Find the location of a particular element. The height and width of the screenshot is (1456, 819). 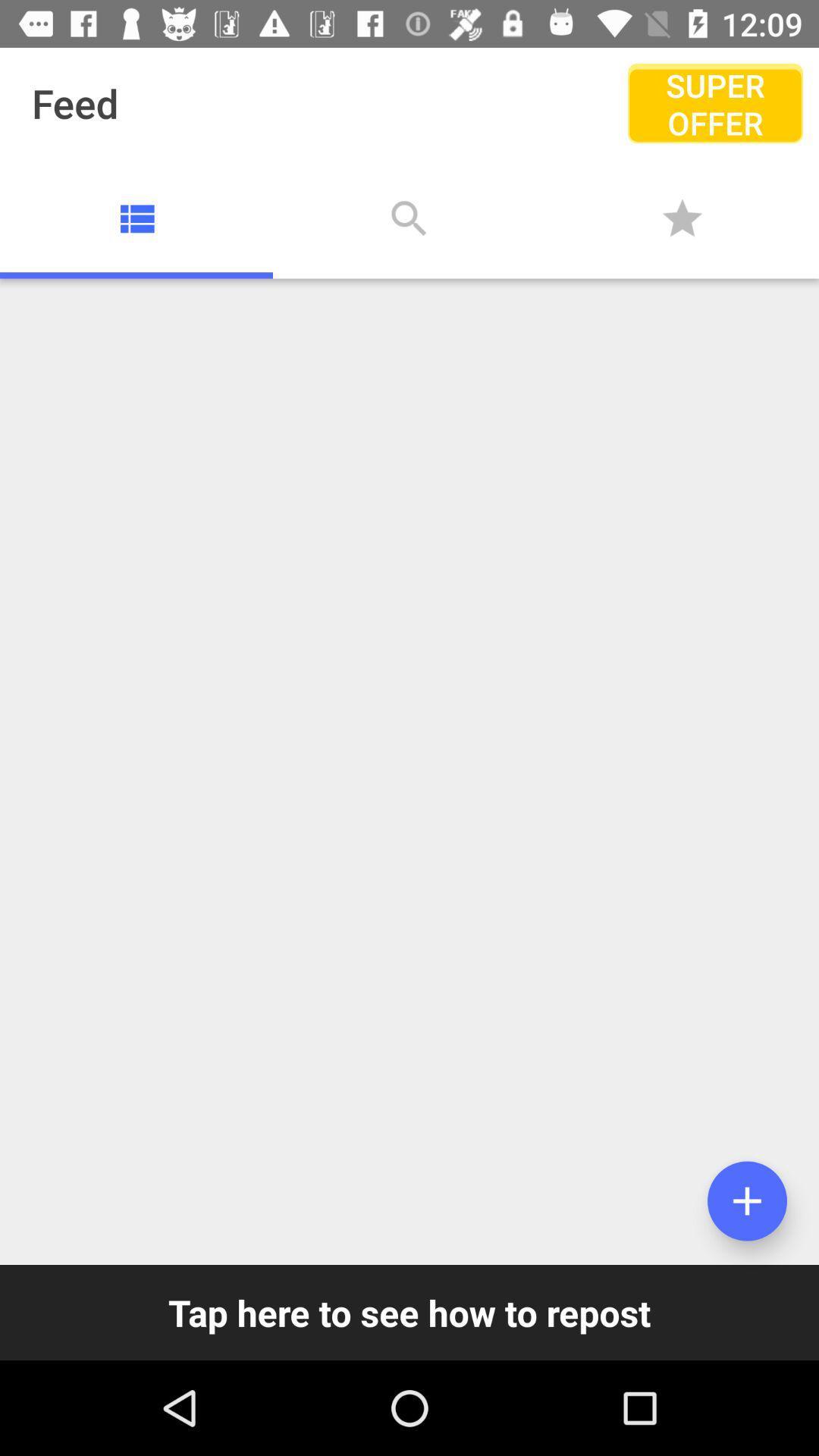

the add icon is located at coordinates (746, 1200).